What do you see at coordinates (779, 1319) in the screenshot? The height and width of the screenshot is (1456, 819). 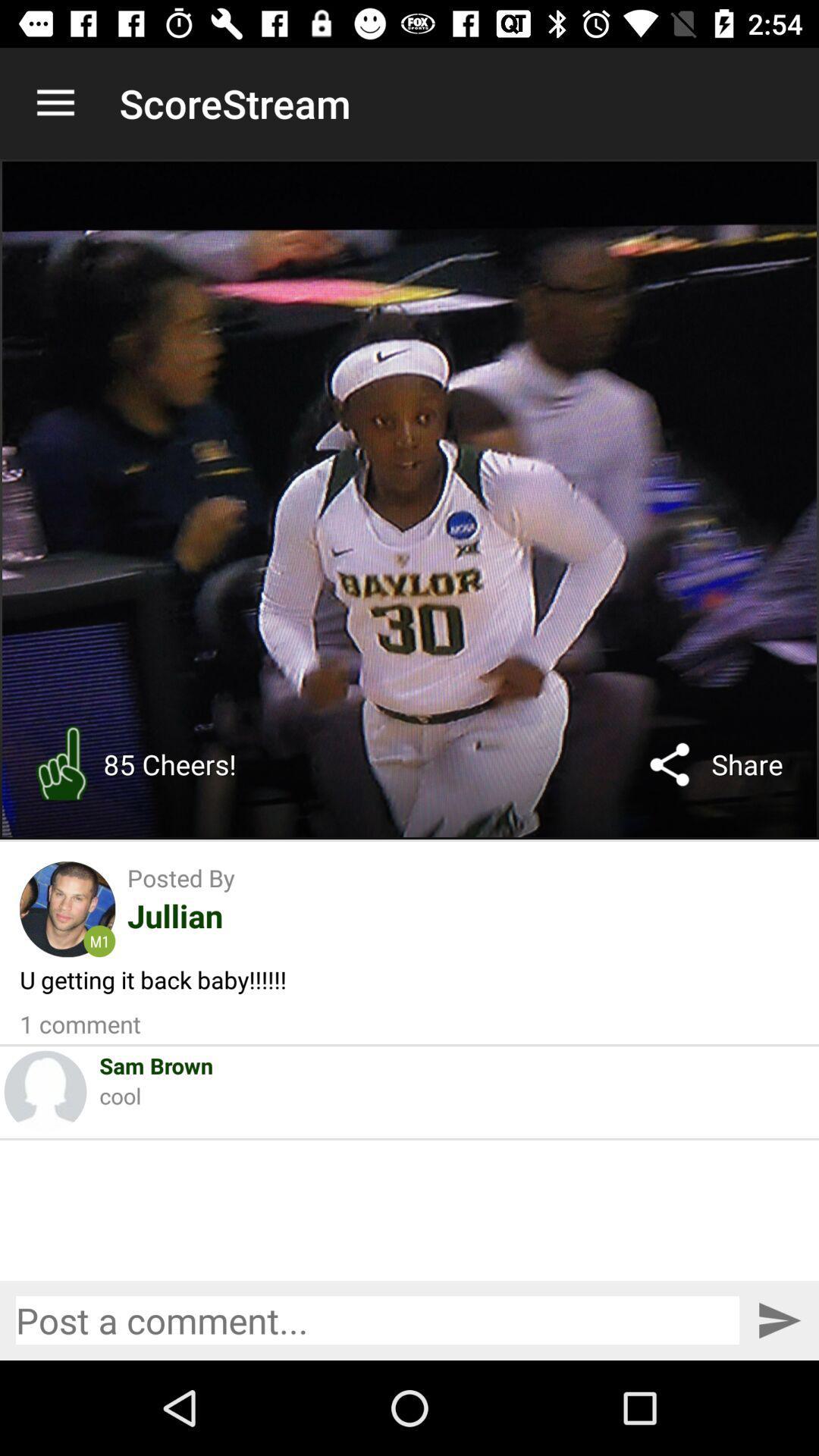 I see `go post this comment` at bounding box center [779, 1319].